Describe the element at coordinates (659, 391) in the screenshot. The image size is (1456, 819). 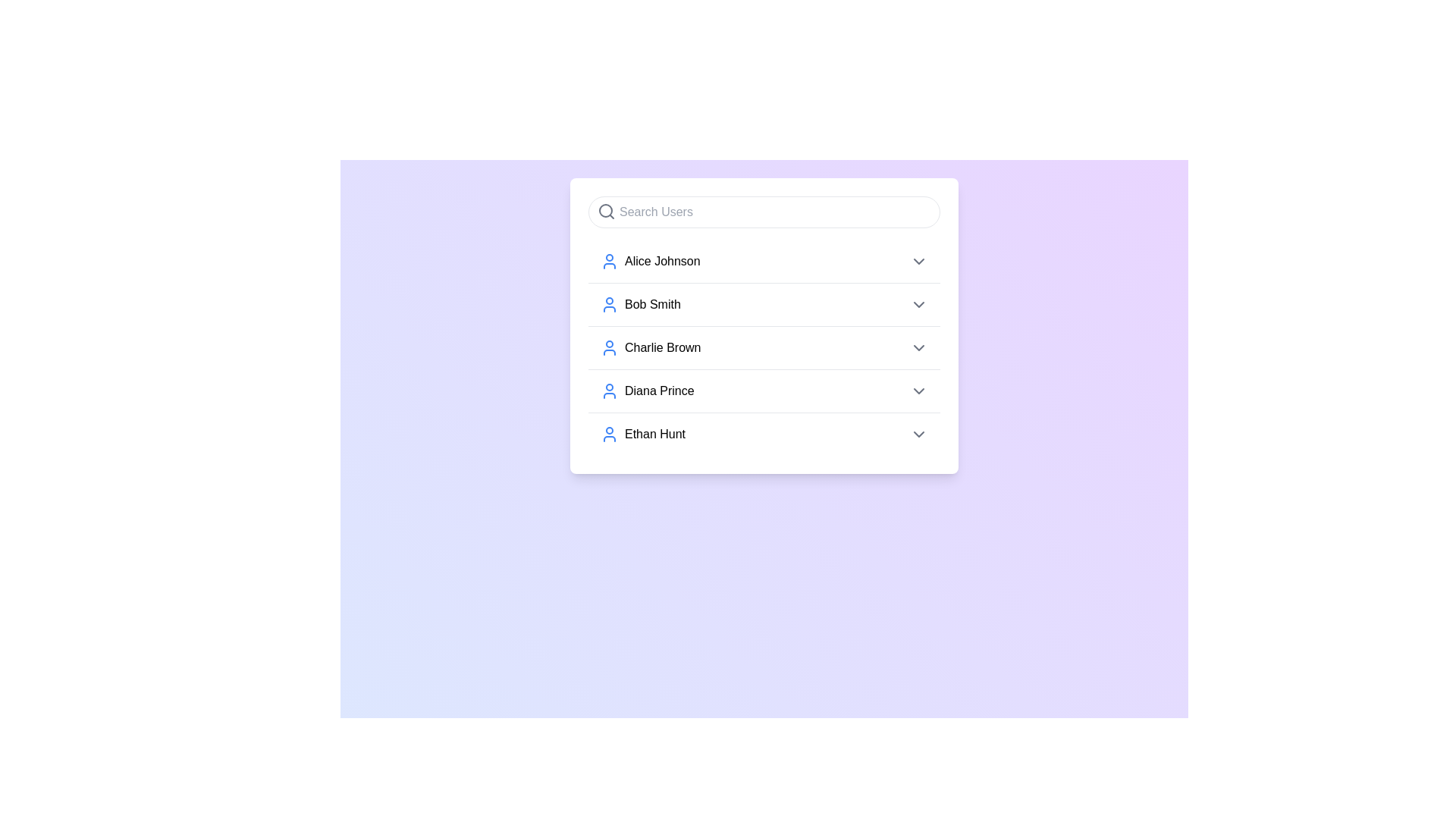
I see `the text label displaying the username 'Diana Prince', which is the fourth item in the user selection list` at that location.